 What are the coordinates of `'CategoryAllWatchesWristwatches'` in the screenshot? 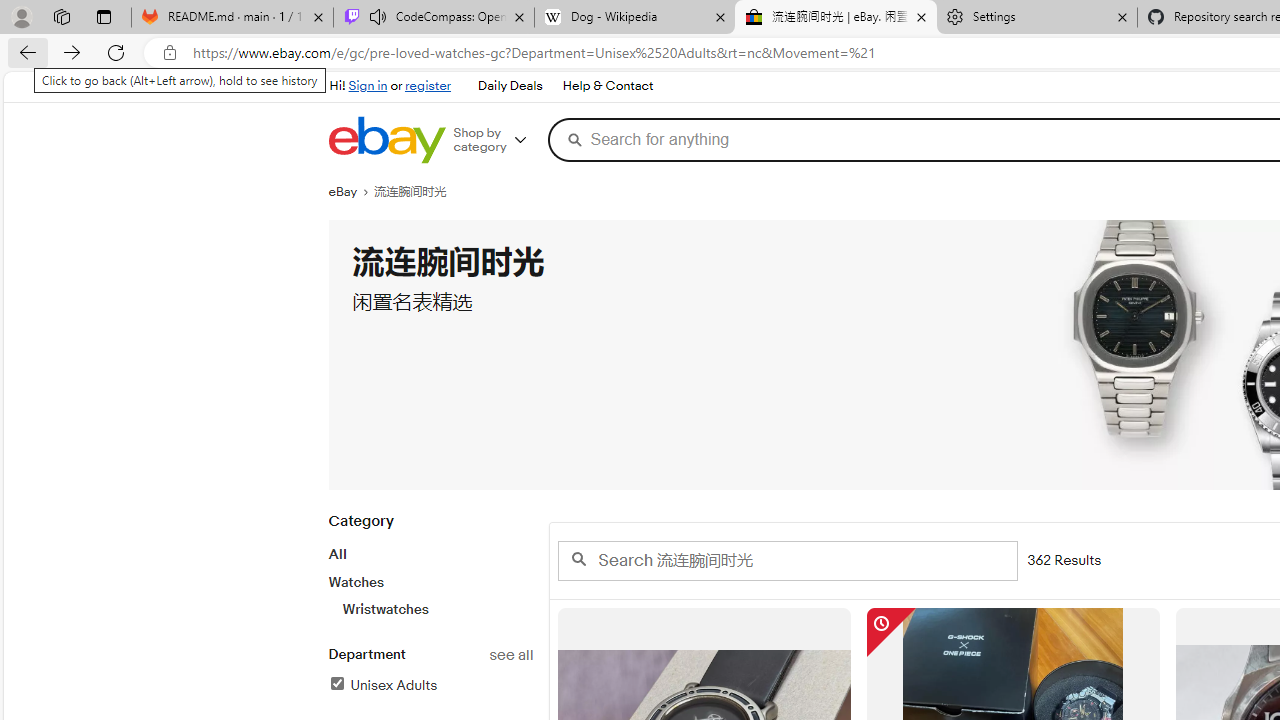 It's located at (429, 576).